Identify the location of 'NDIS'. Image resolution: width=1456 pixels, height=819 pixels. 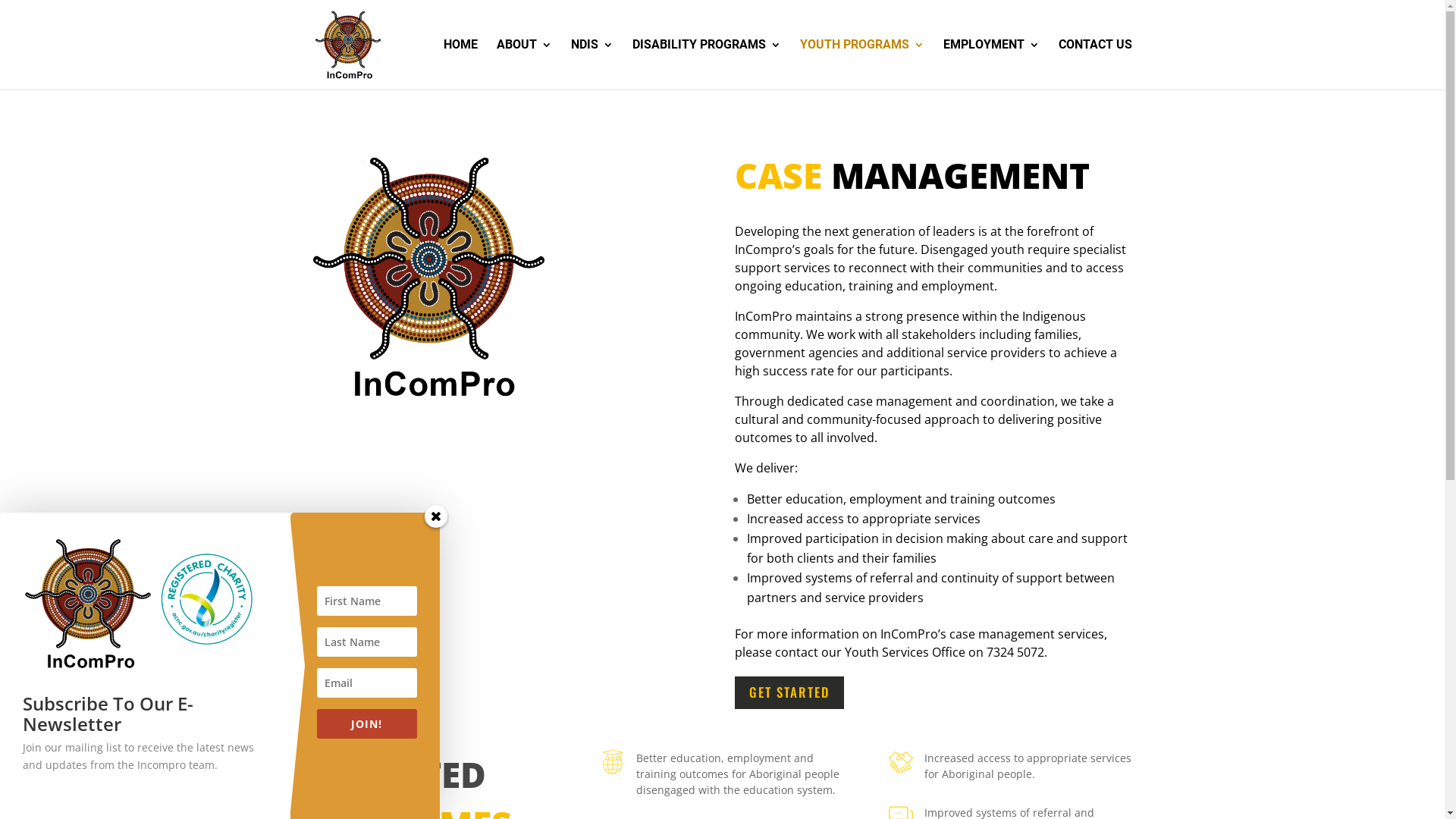
(570, 63).